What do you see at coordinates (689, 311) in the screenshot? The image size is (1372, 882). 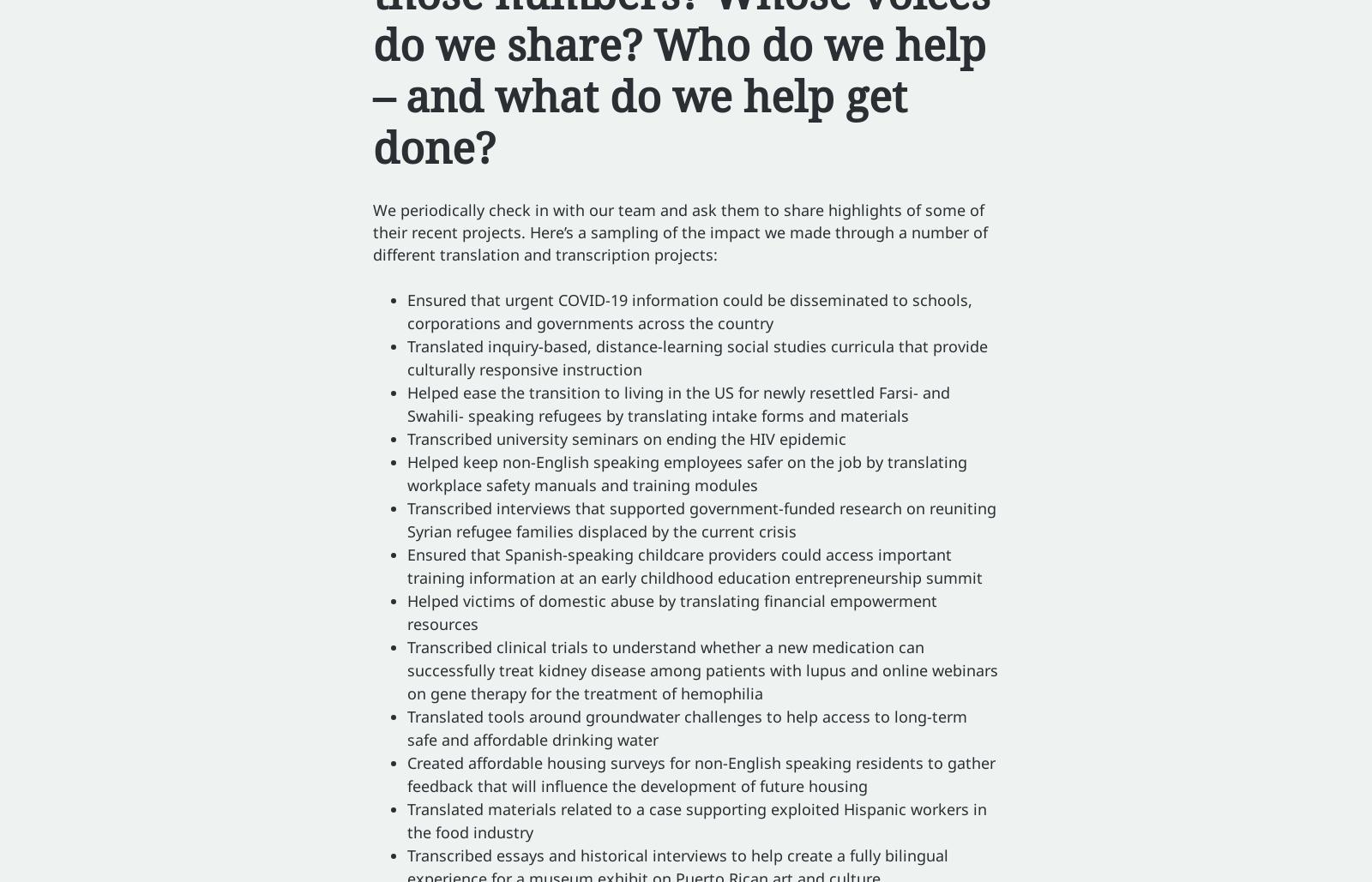 I see `'Ensured that urgent COVID-19 information could be disseminated to schools, corporations and governments across the country'` at bounding box center [689, 311].